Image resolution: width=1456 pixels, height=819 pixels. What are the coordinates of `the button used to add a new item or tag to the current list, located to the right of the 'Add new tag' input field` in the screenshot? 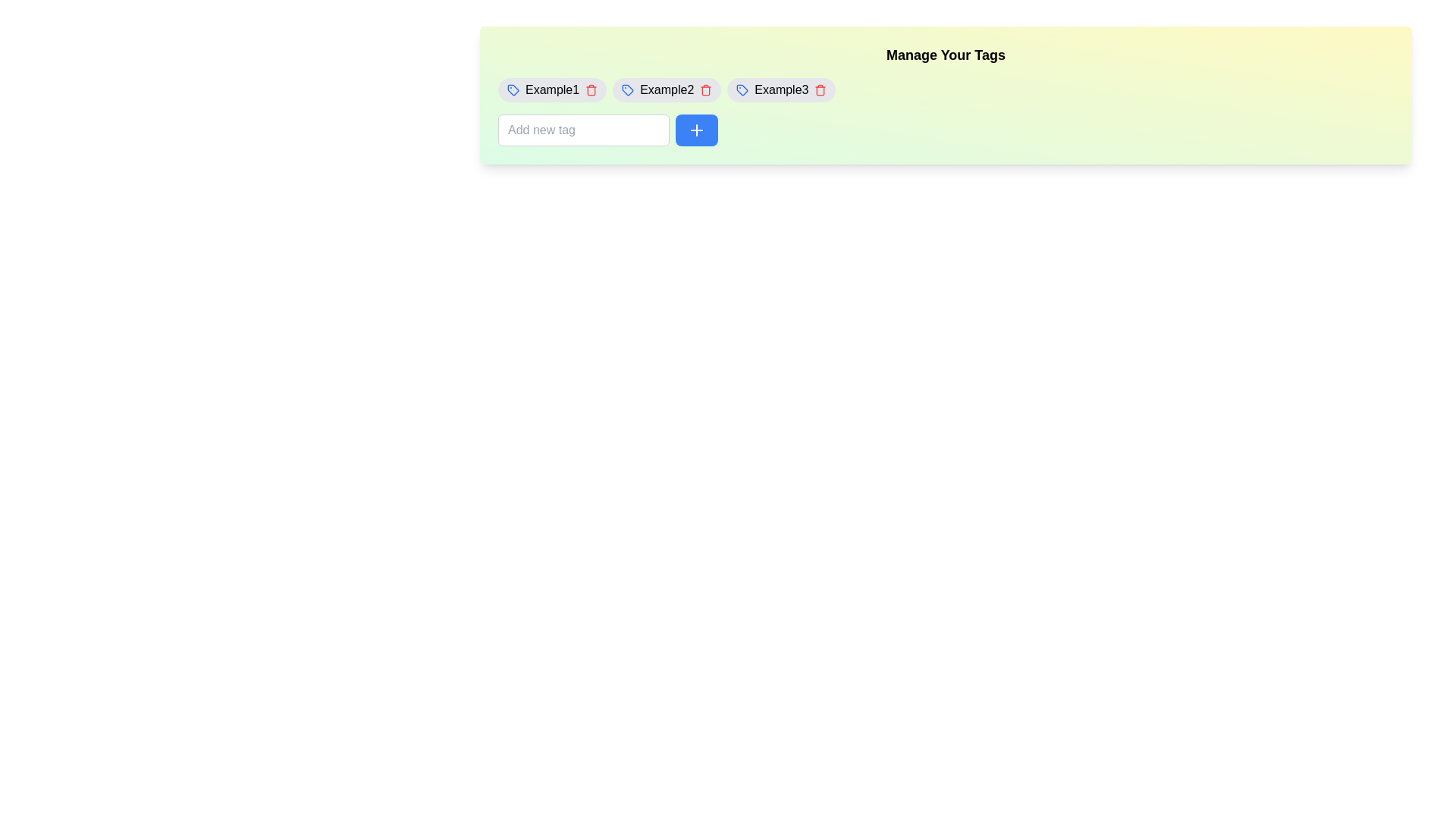 It's located at (695, 130).